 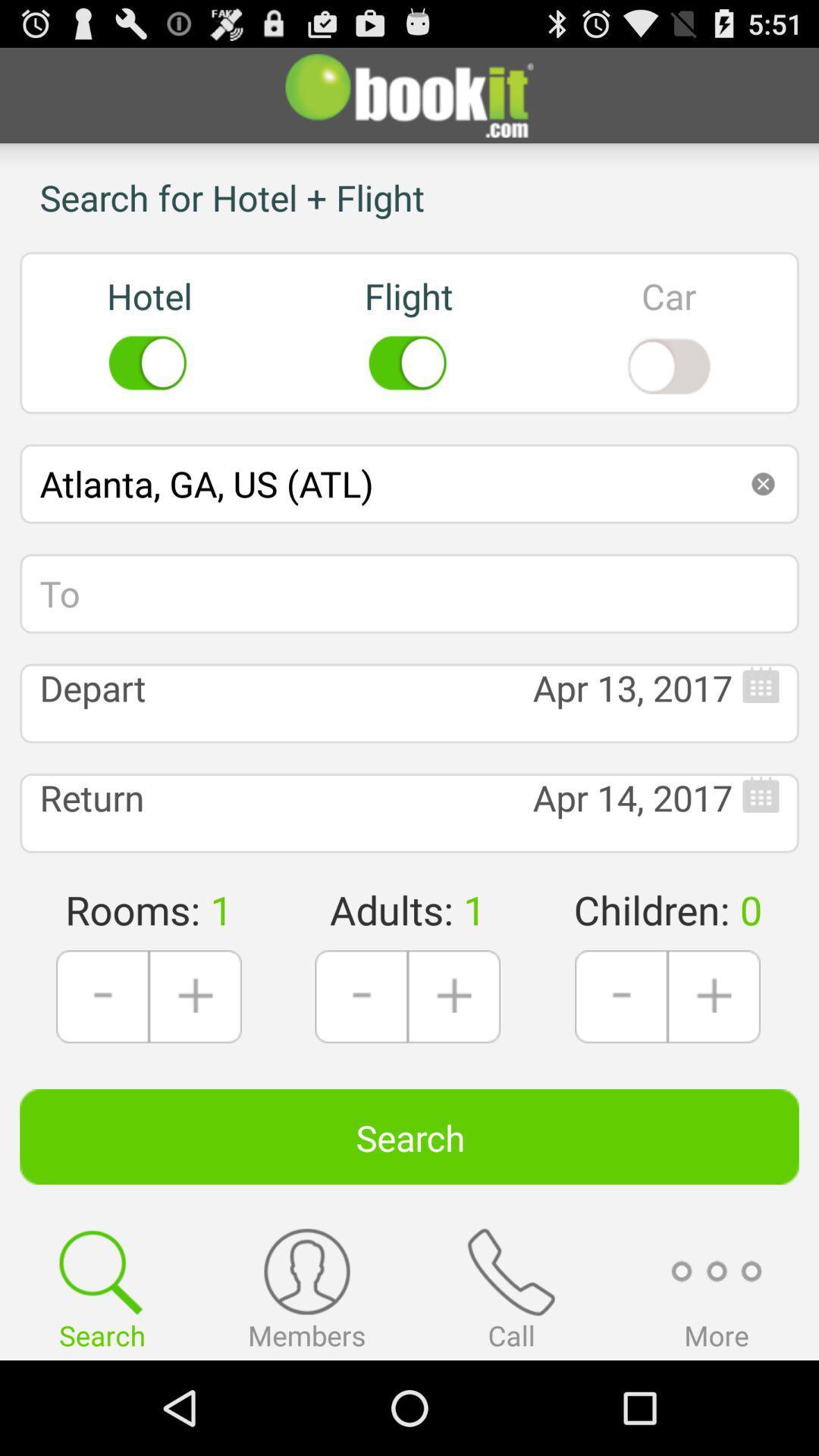 What do you see at coordinates (409, 483) in the screenshot?
I see `atlanta ga us` at bounding box center [409, 483].